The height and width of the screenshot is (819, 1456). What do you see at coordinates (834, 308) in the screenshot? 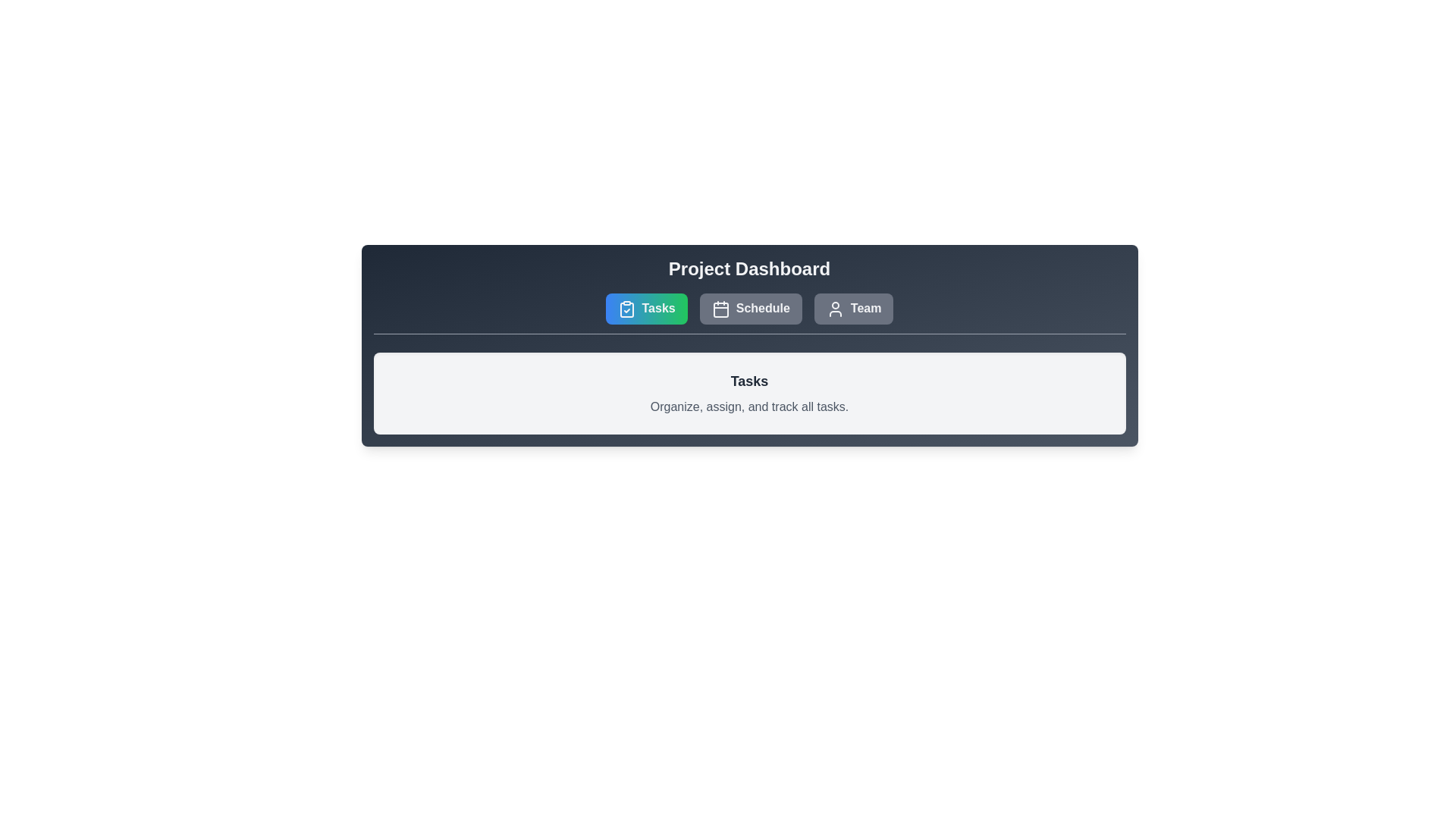
I see `the 'Team' icon located third from the left in the horizontal array of buttons under the 'Project Dashboard' header` at bounding box center [834, 308].